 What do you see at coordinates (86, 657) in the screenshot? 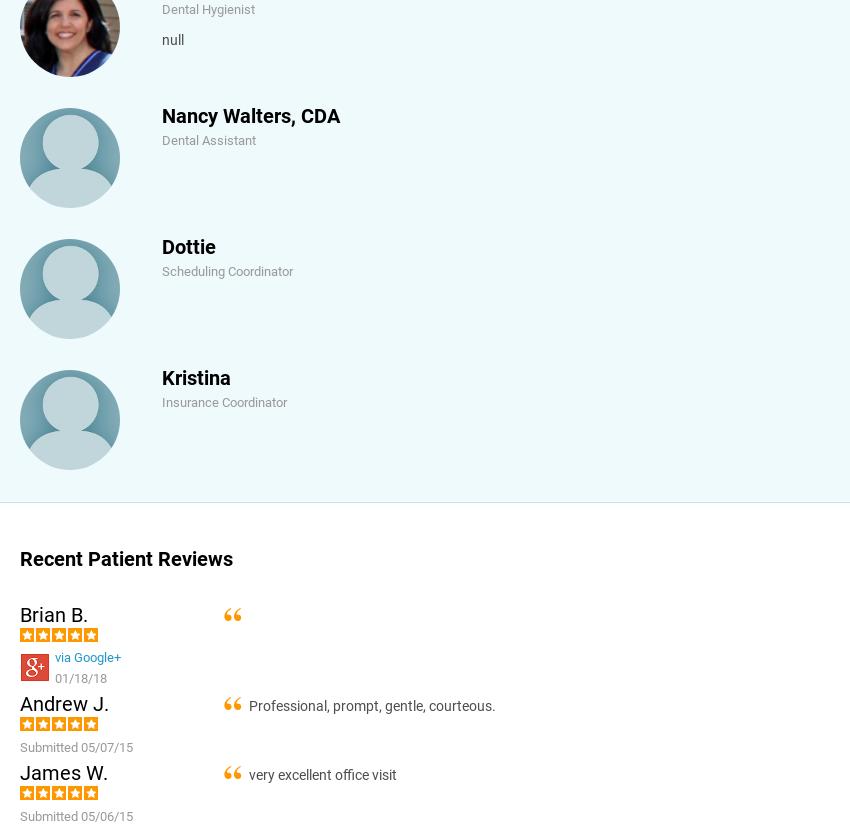
I see `'via Google+'` at bounding box center [86, 657].